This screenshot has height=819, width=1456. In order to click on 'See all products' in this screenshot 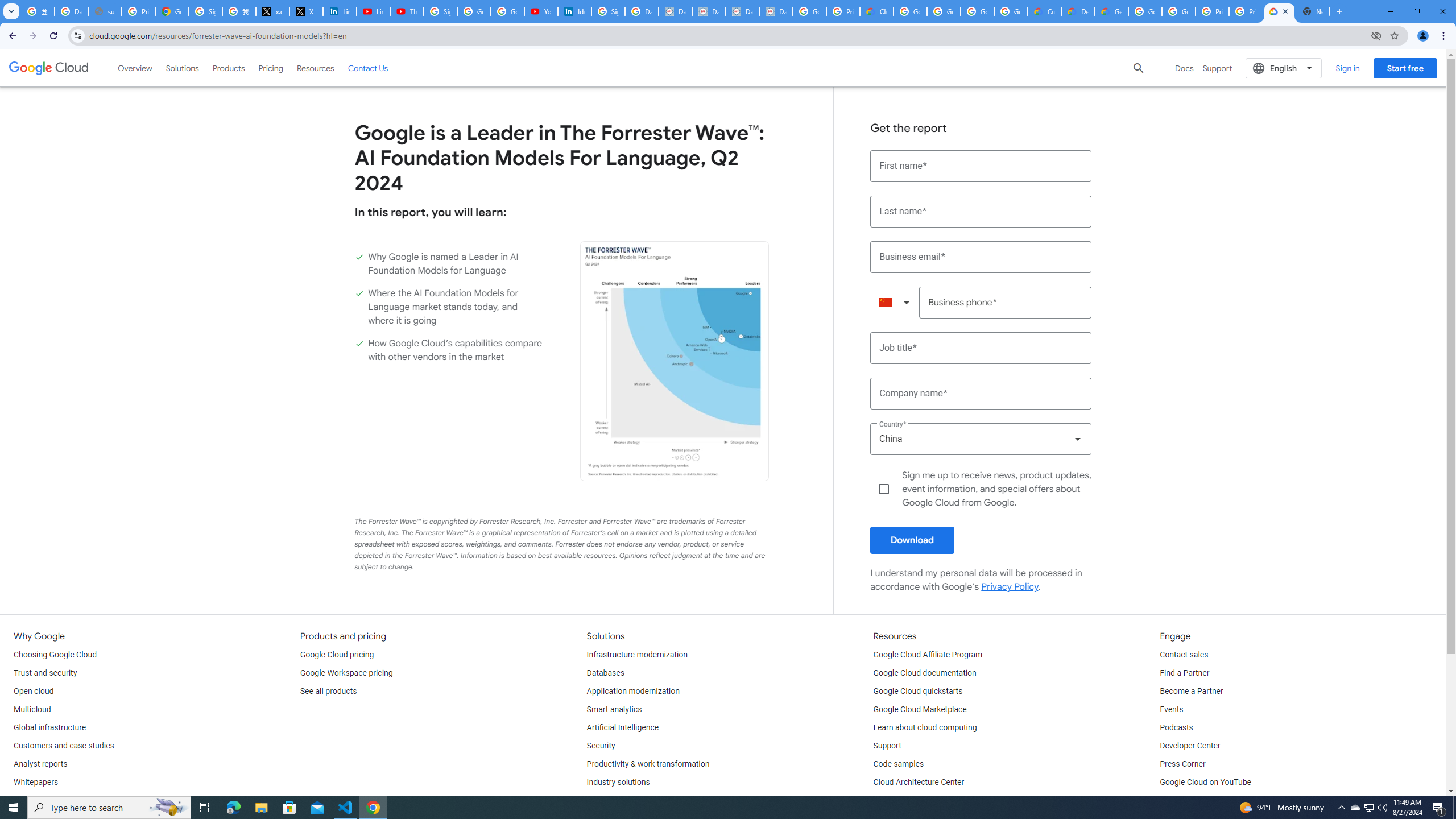, I will do `click(328, 691)`.